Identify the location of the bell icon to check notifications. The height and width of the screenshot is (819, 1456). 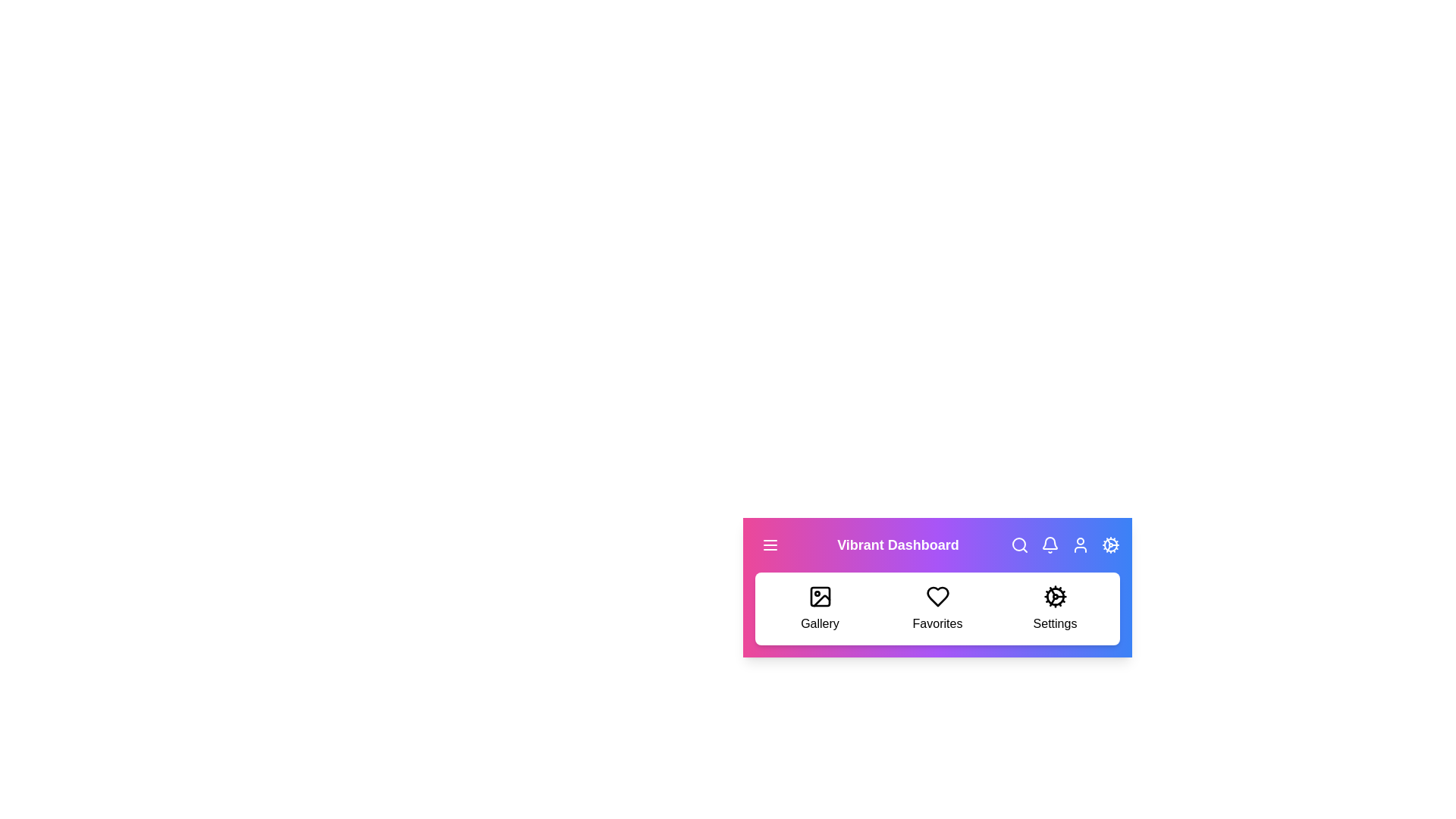
(1049, 544).